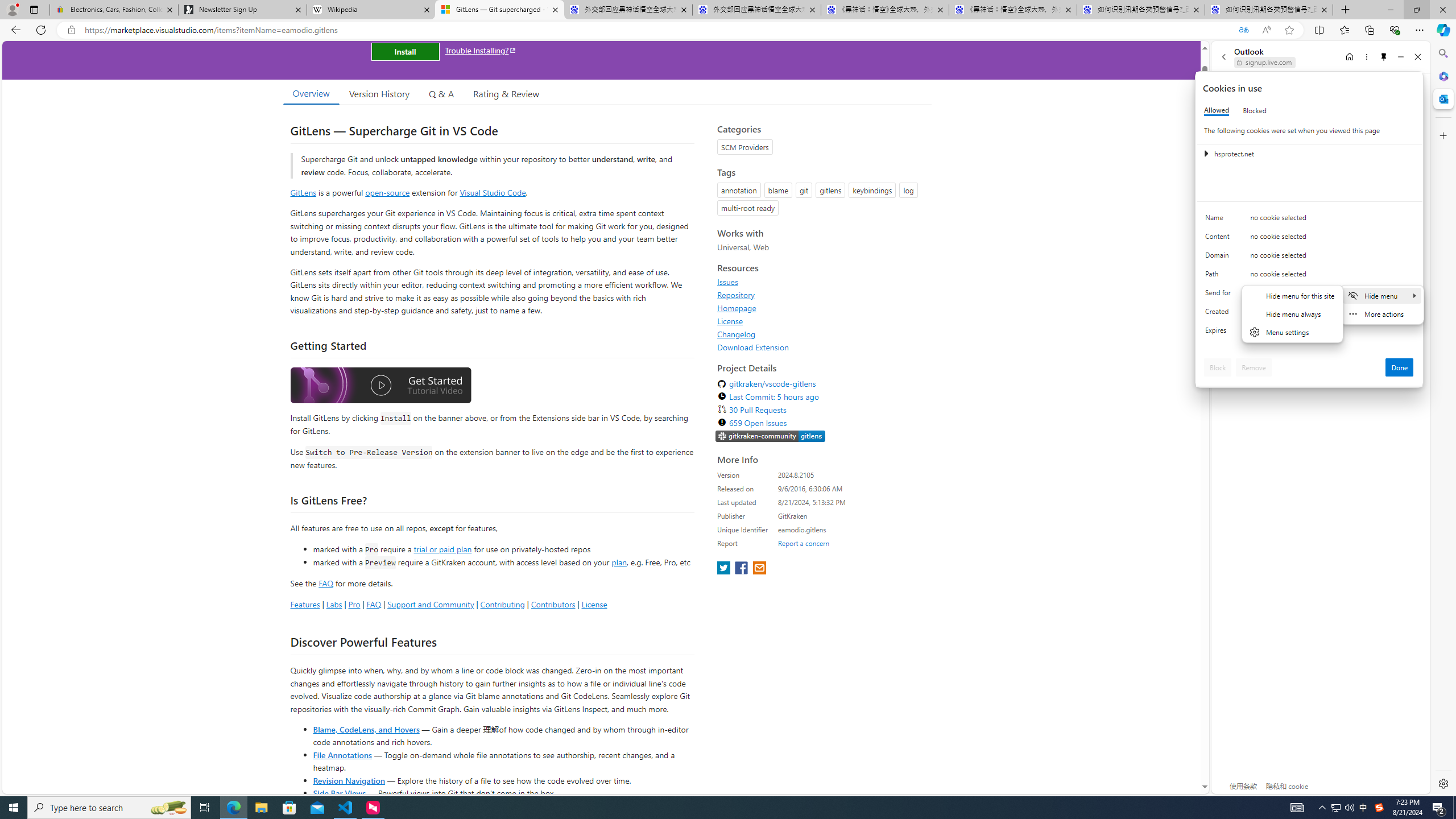  What do you see at coordinates (1400, 367) in the screenshot?
I see `'Done'` at bounding box center [1400, 367].